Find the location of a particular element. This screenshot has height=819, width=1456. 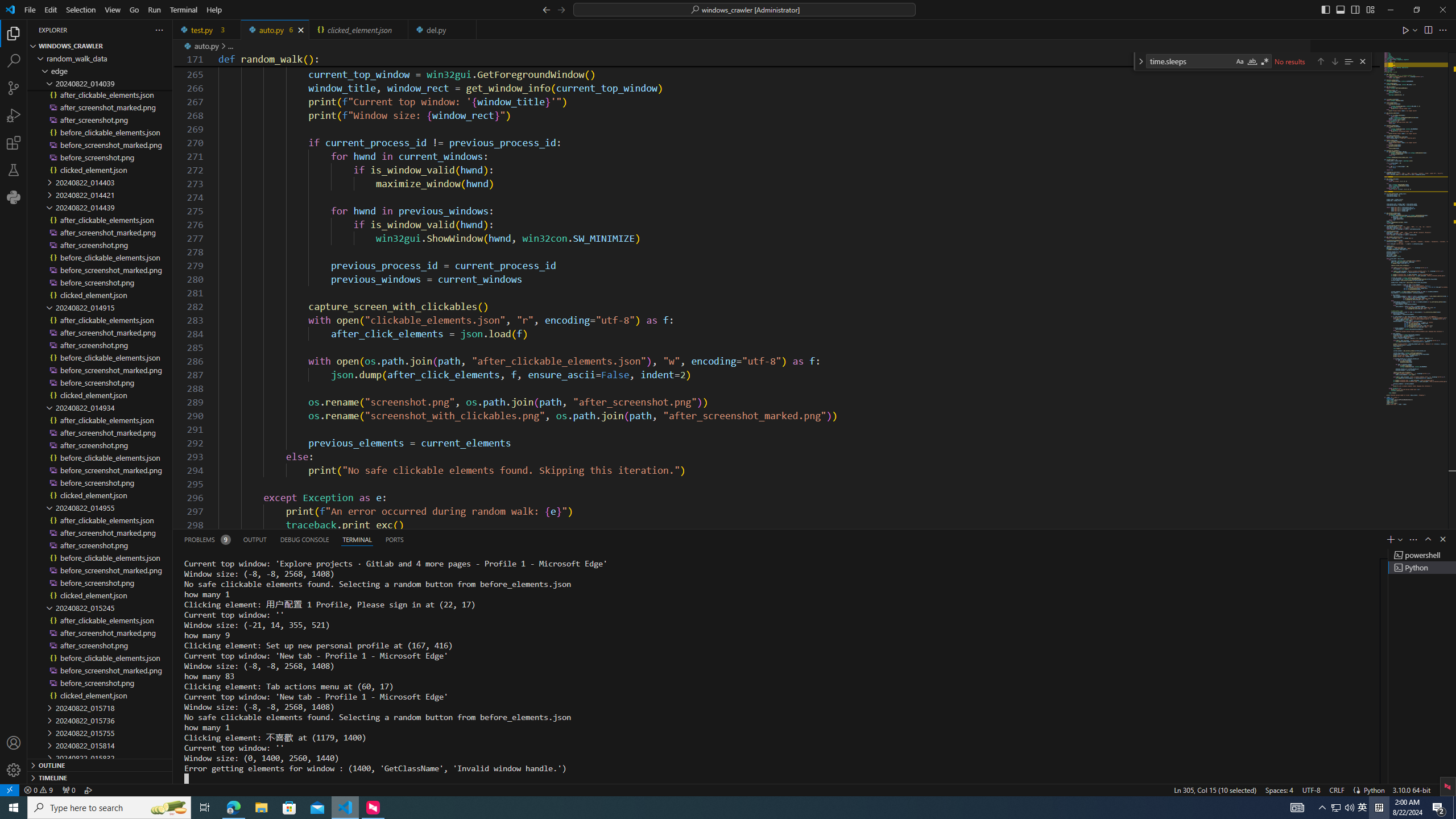

'Explorer (Ctrl+Shift+E)' is located at coordinates (14, 33).